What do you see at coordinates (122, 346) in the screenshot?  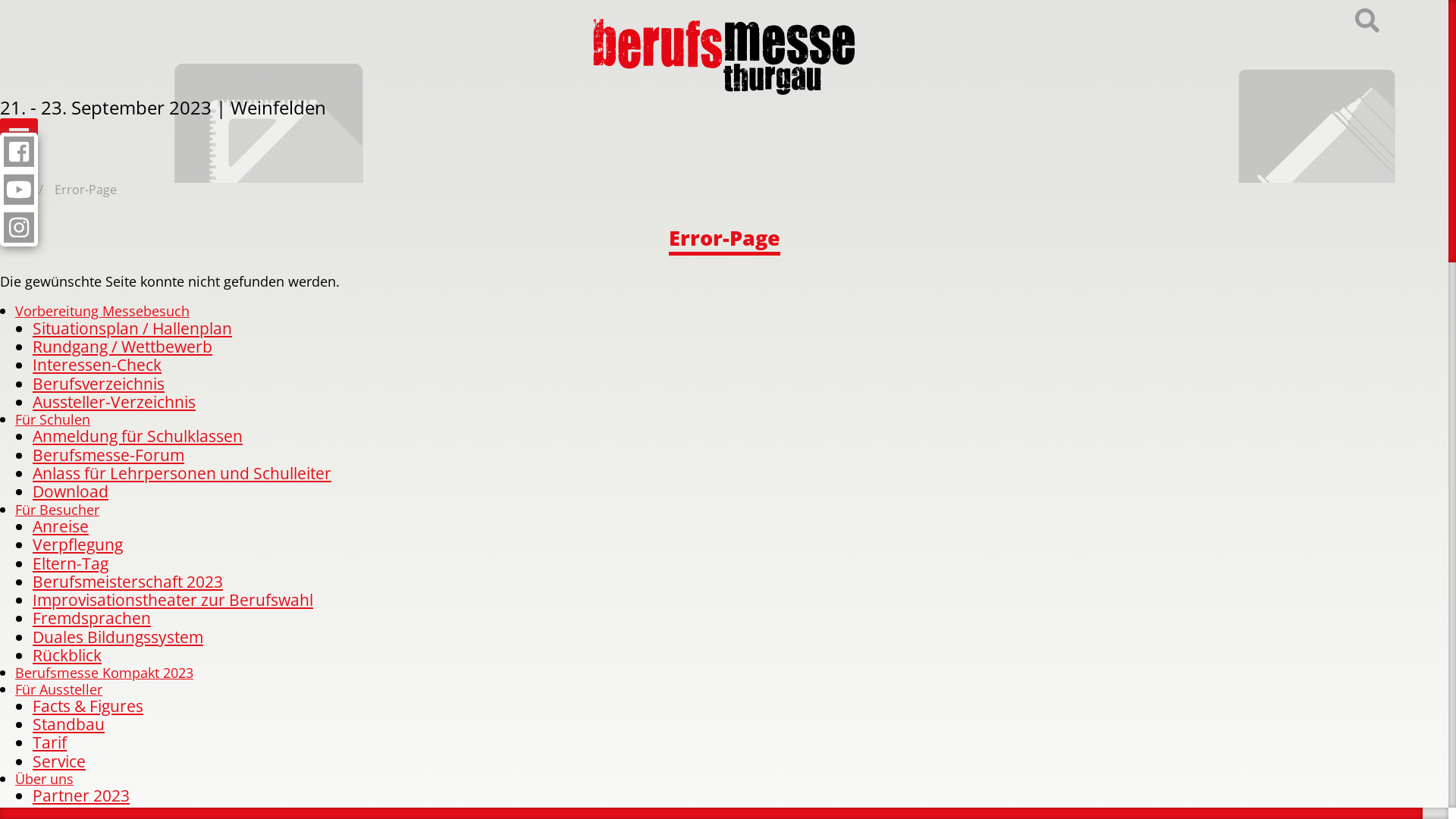 I see `'Rundgang / Wettbewerb'` at bounding box center [122, 346].